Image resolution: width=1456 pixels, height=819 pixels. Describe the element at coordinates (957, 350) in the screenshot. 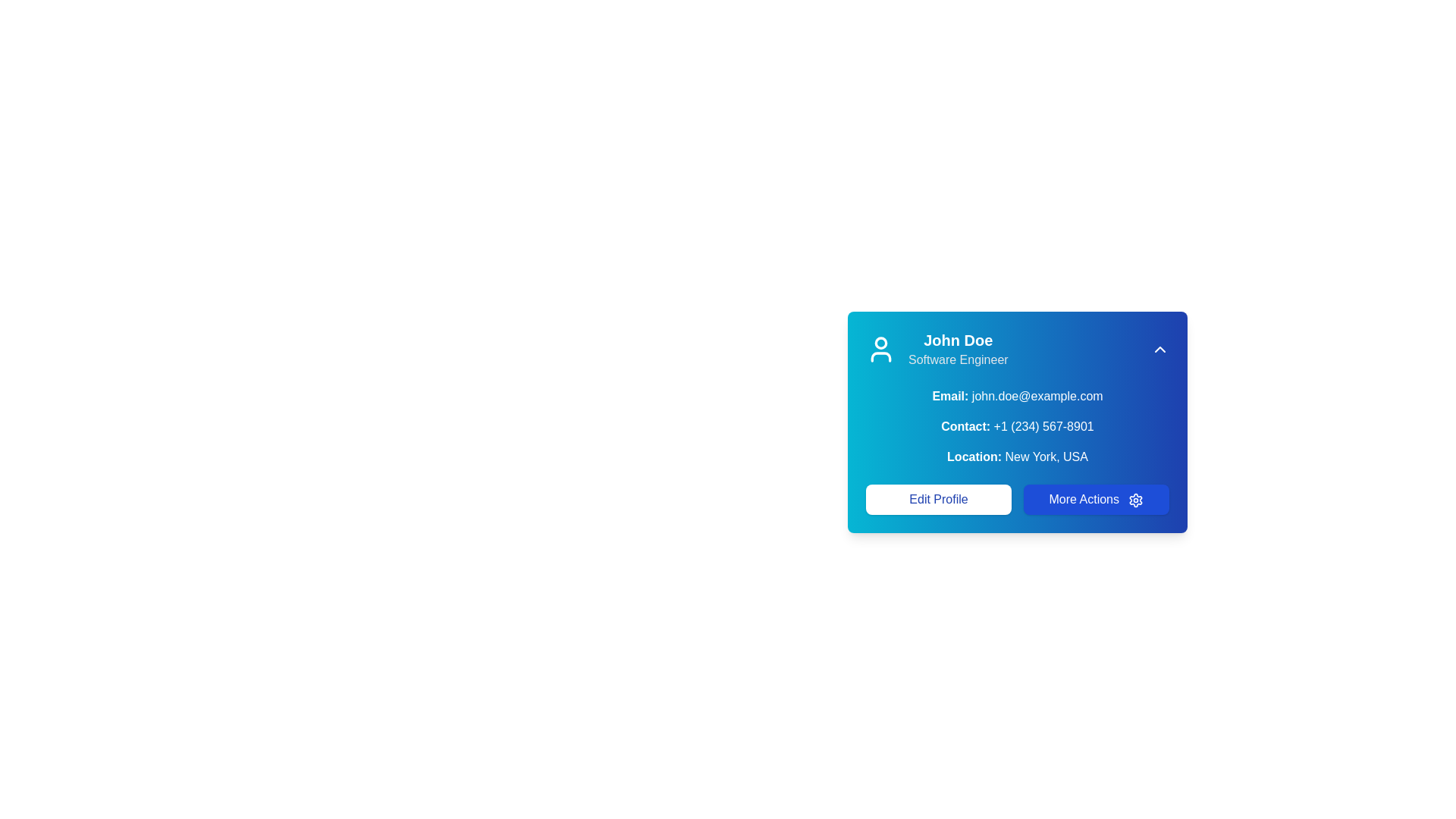

I see `the text label displaying 'John Doe' in bold white and 'Software Engineer' in lighter gray, located in the top section of a prominent card-like structure, centered to the right of the card` at that location.